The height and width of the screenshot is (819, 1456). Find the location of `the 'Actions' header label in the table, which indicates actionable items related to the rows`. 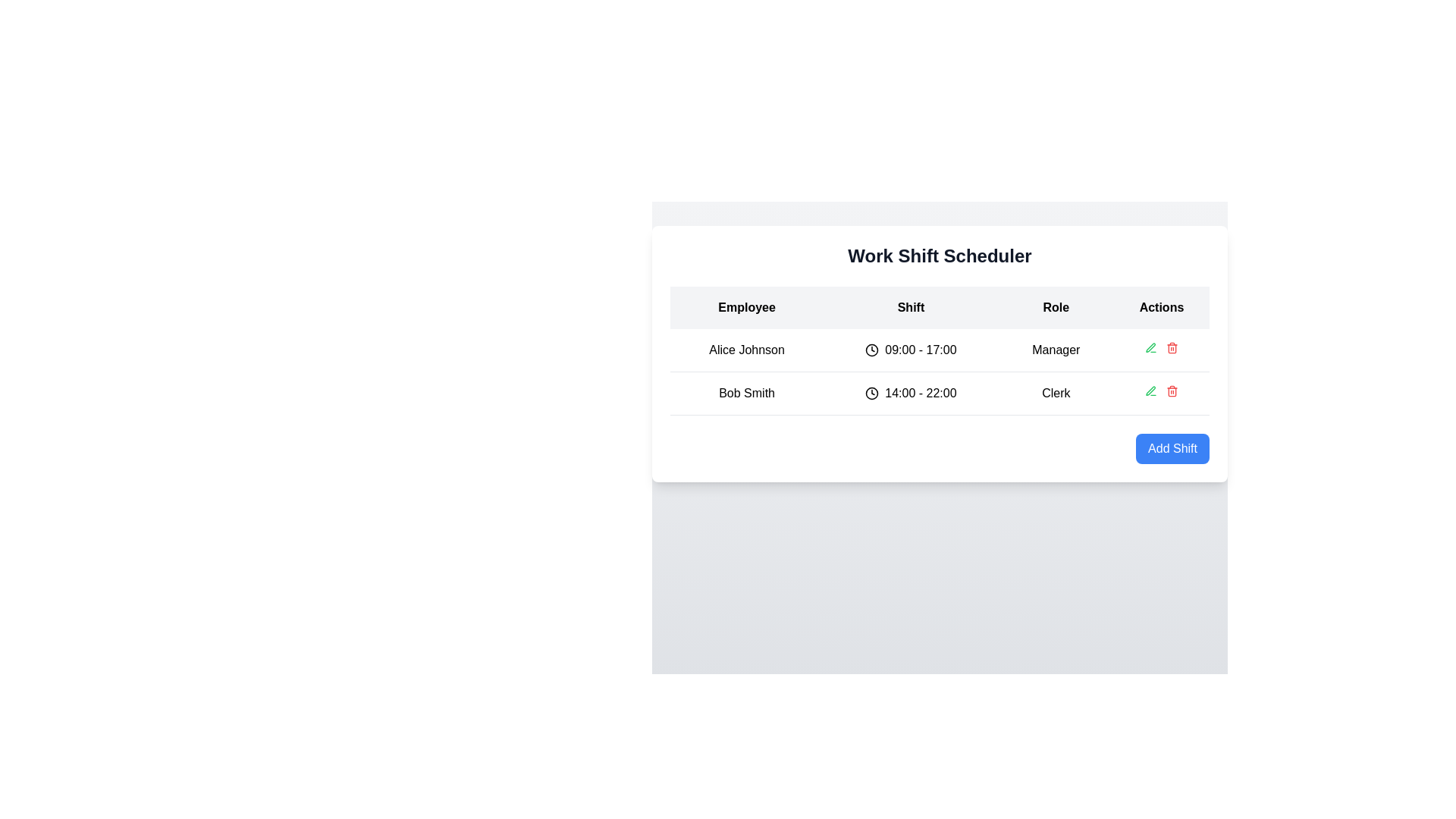

the 'Actions' header label in the table, which indicates actionable items related to the rows is located at coordinates (1160, 307).